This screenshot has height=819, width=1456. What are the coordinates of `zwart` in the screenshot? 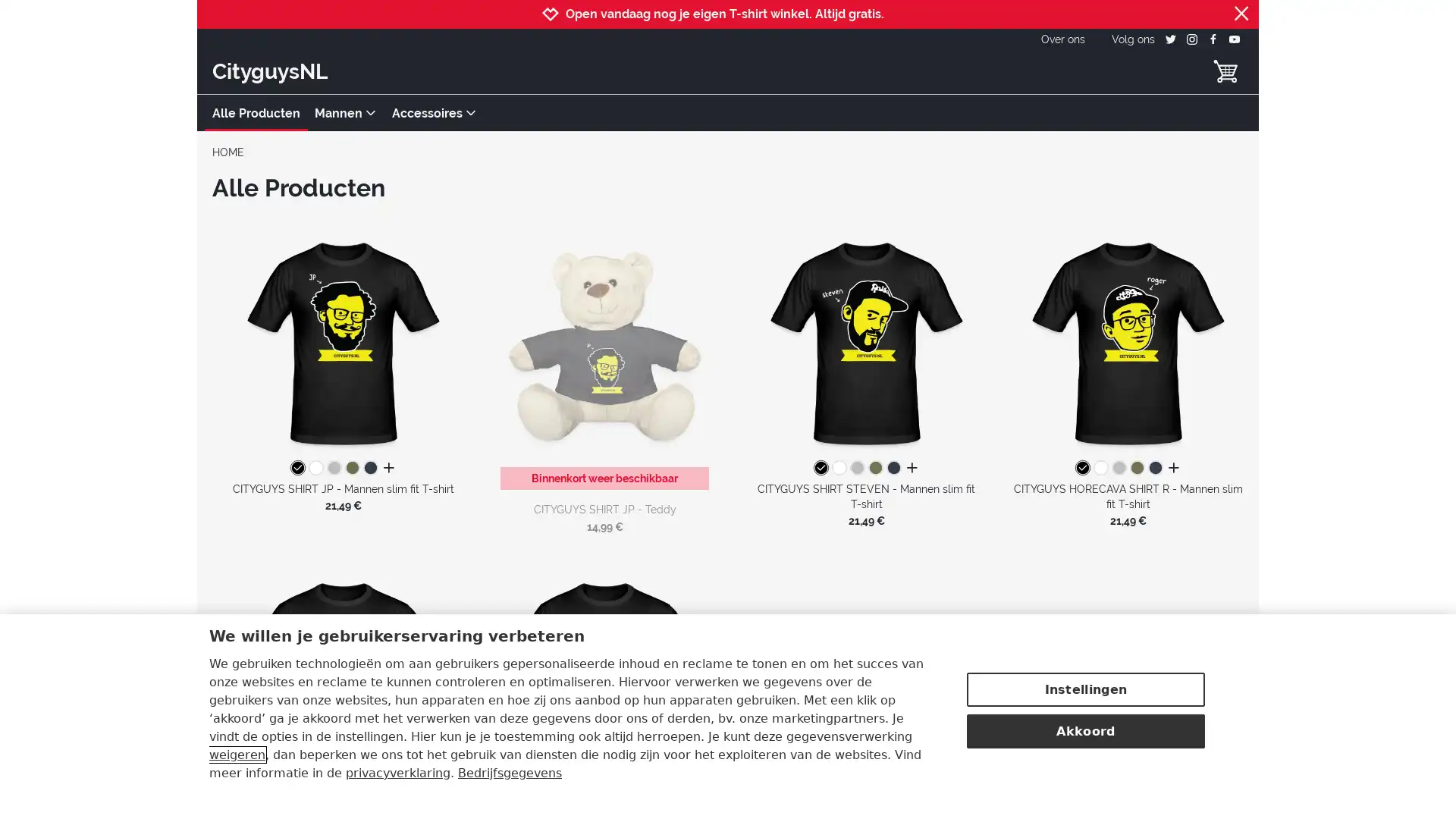 It's located at (819, 468).